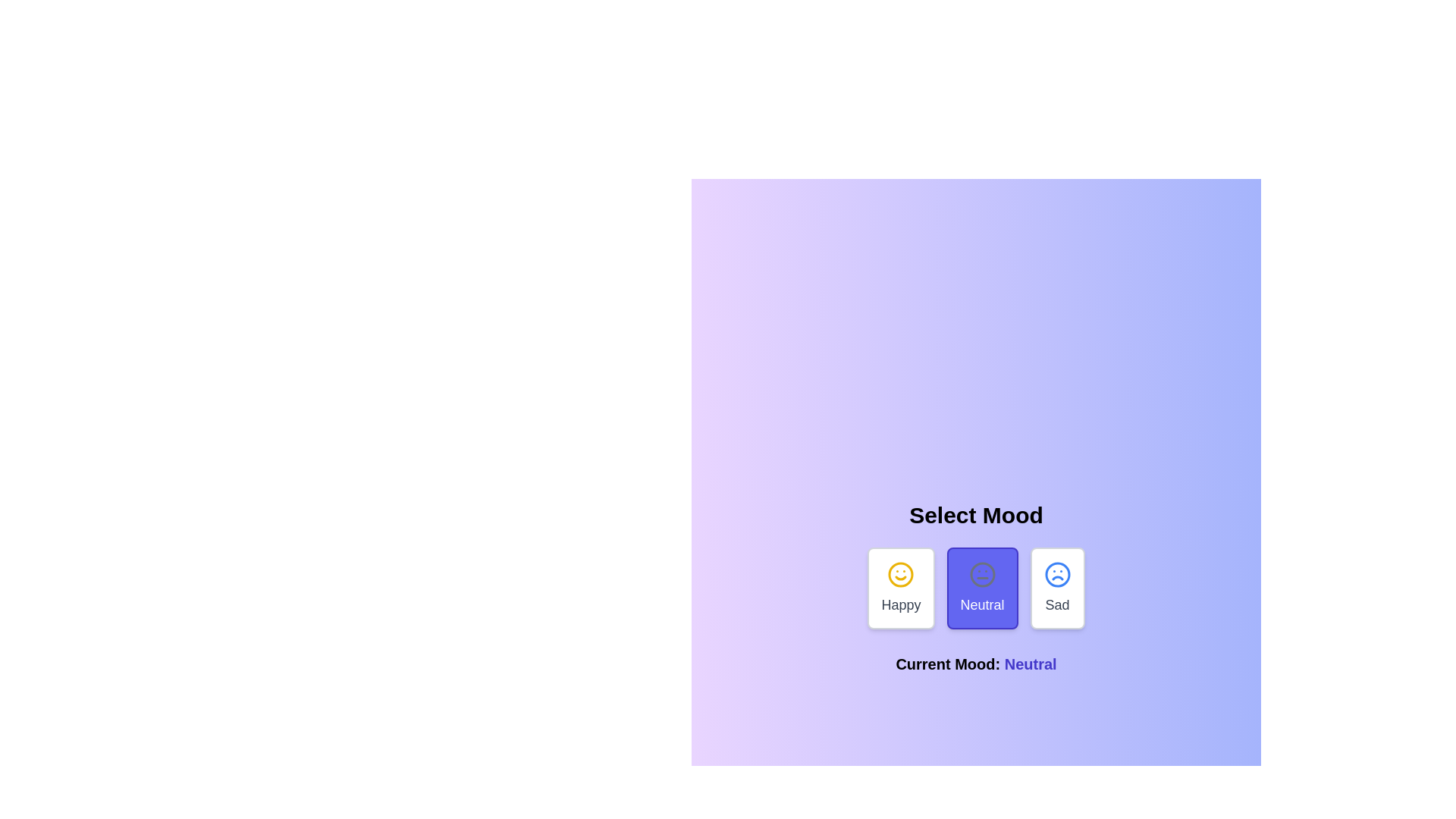  Describe the element at coordinates (982, 587) in the screenshot. I see `the mood option Neutral to select it` at that location.